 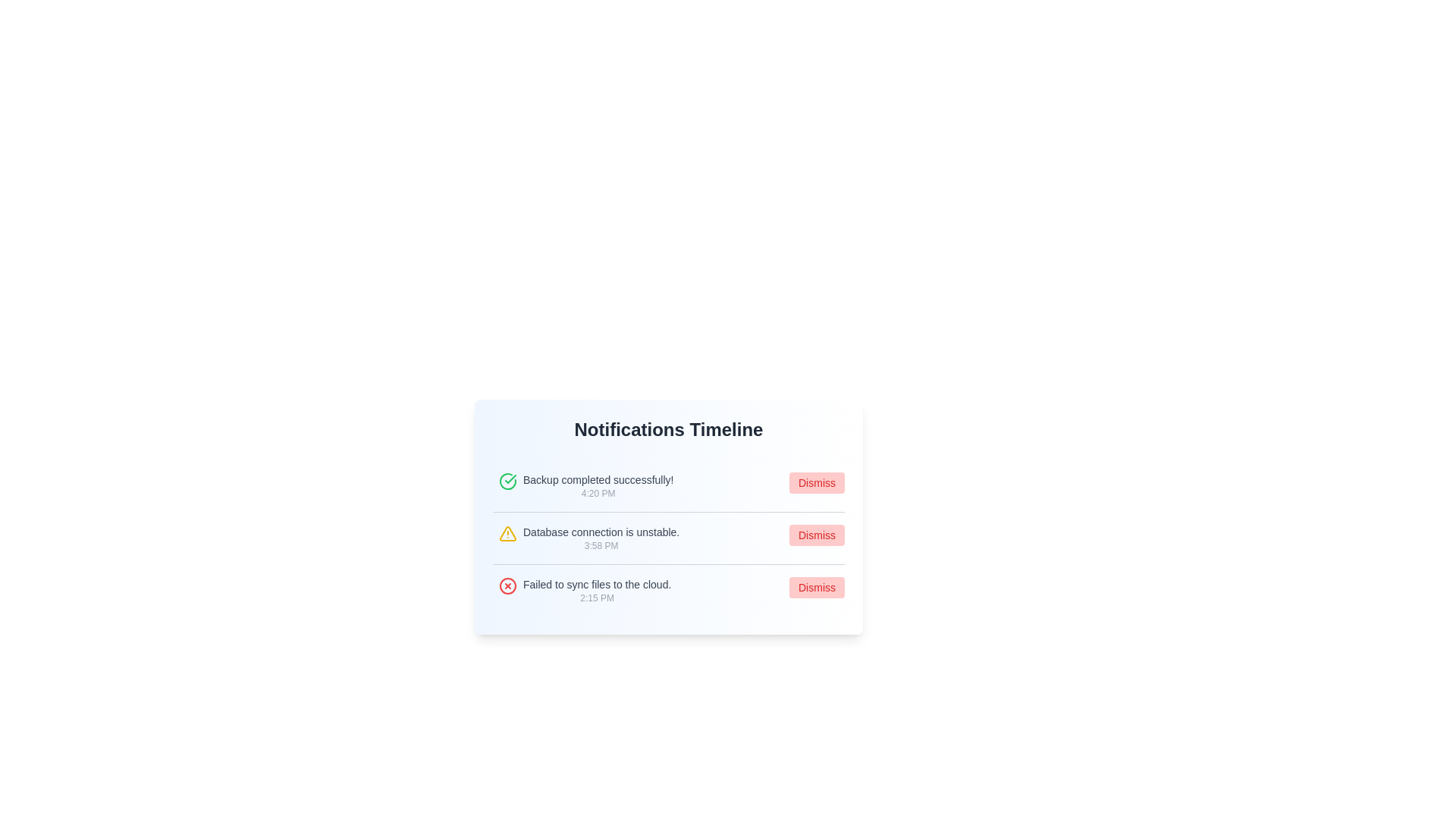 What do you see at coordinates (668, 485) in the screenshot?
I see `the notification card that informs the user about a successful backup operation, located at the top of the 'Notifications Timeline' section` at bounding box center [668, 485].